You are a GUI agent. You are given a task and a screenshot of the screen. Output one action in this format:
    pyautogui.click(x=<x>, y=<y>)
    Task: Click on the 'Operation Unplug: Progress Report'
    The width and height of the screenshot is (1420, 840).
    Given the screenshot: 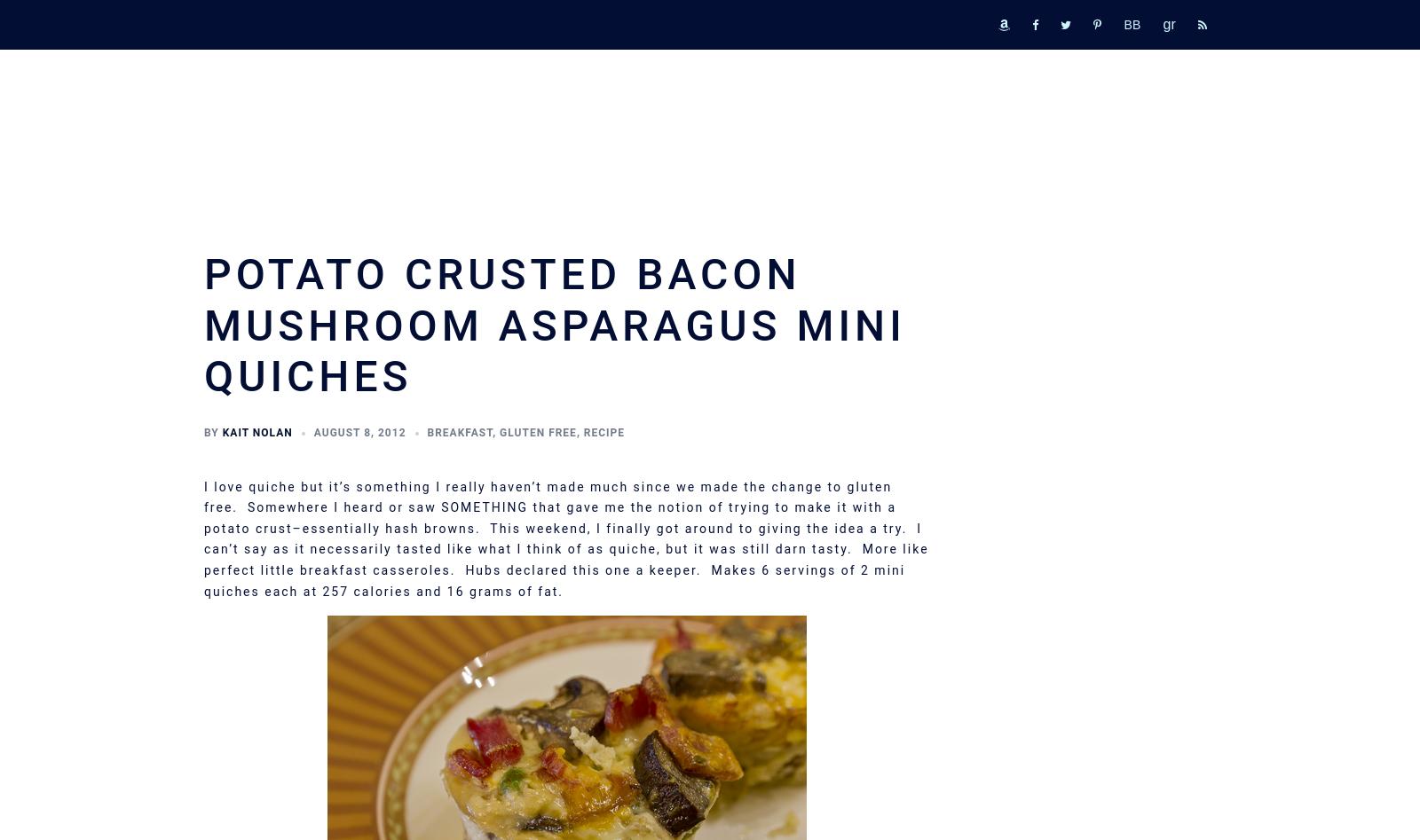 What is the action you would take?
    pyautogui.click(x=369, y=222)
    